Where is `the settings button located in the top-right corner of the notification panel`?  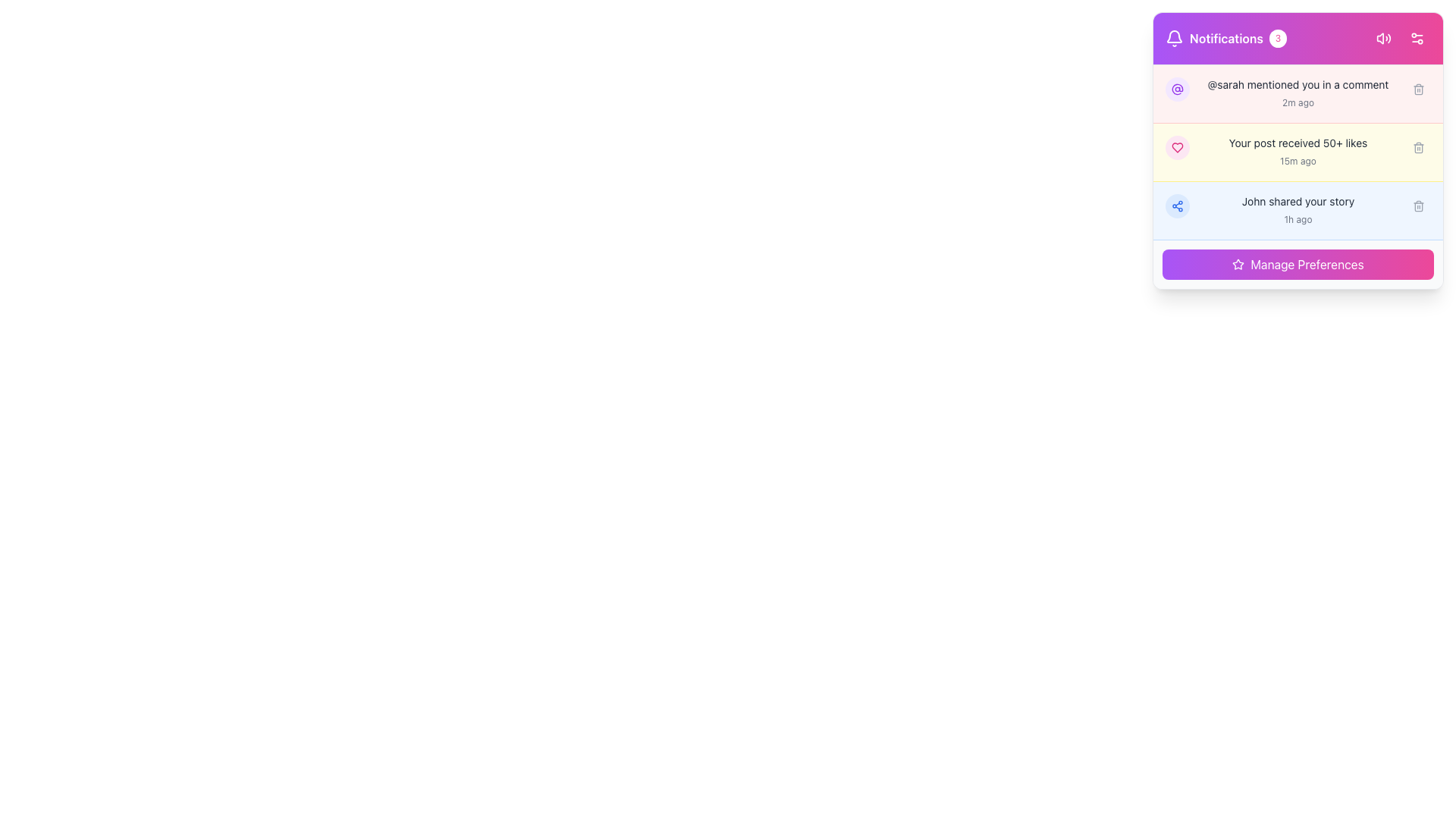
the settings button located in the top-right corner of the notification panel is located at coordinates (1400, 37).